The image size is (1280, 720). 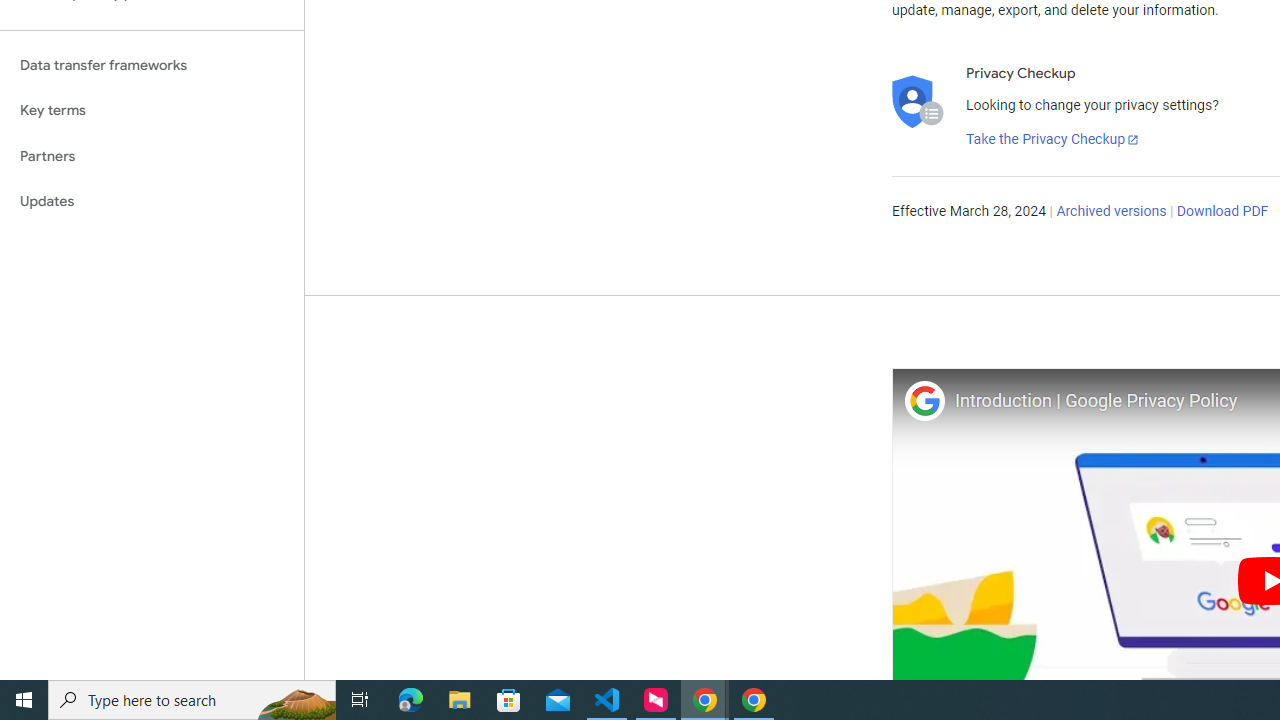 I want to click on 'Updates', so click(x=151, y=201).